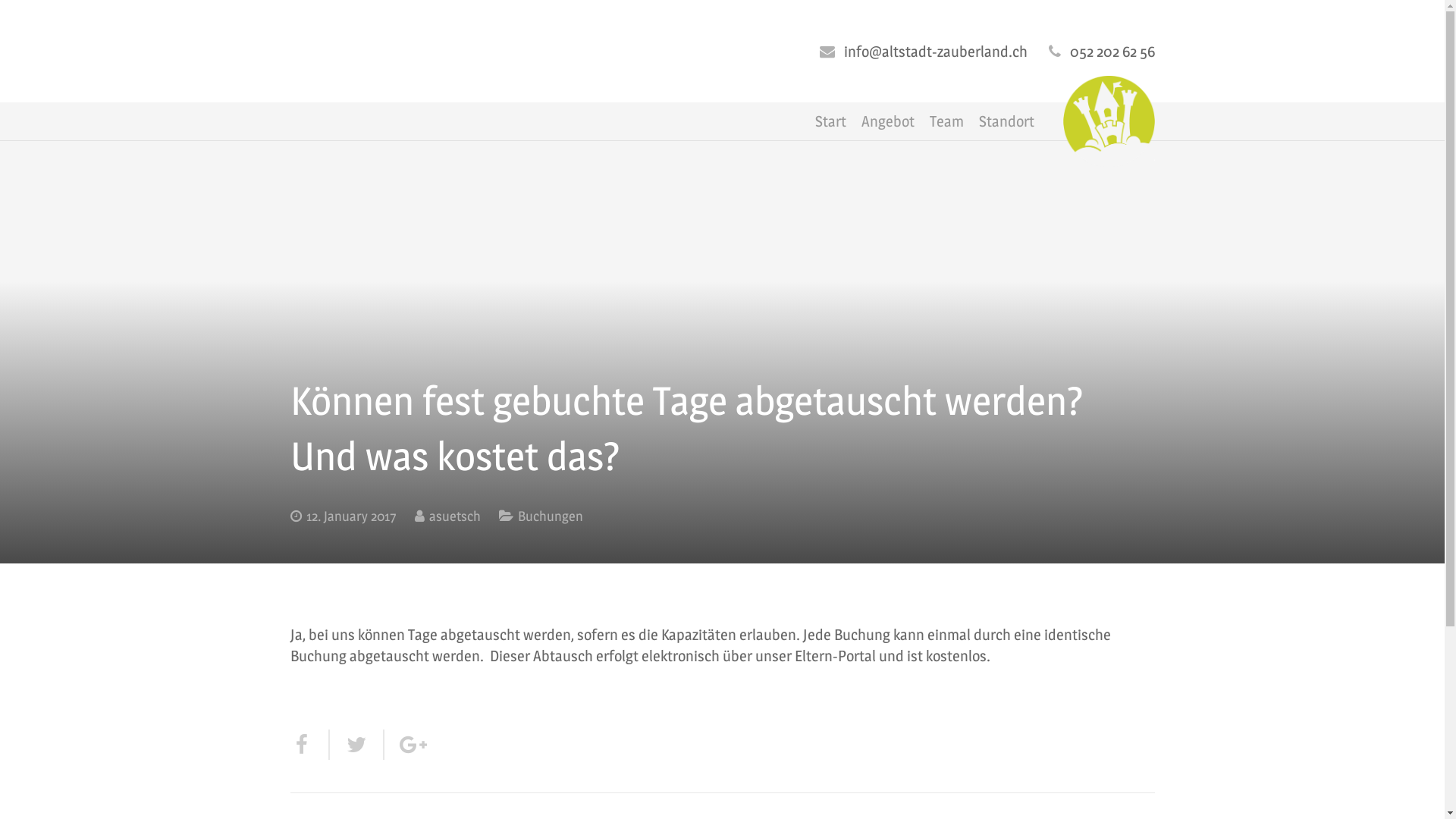  Describe the element at coordinates (403, 744) in the screenshot. I see `'Share this'` at that location.